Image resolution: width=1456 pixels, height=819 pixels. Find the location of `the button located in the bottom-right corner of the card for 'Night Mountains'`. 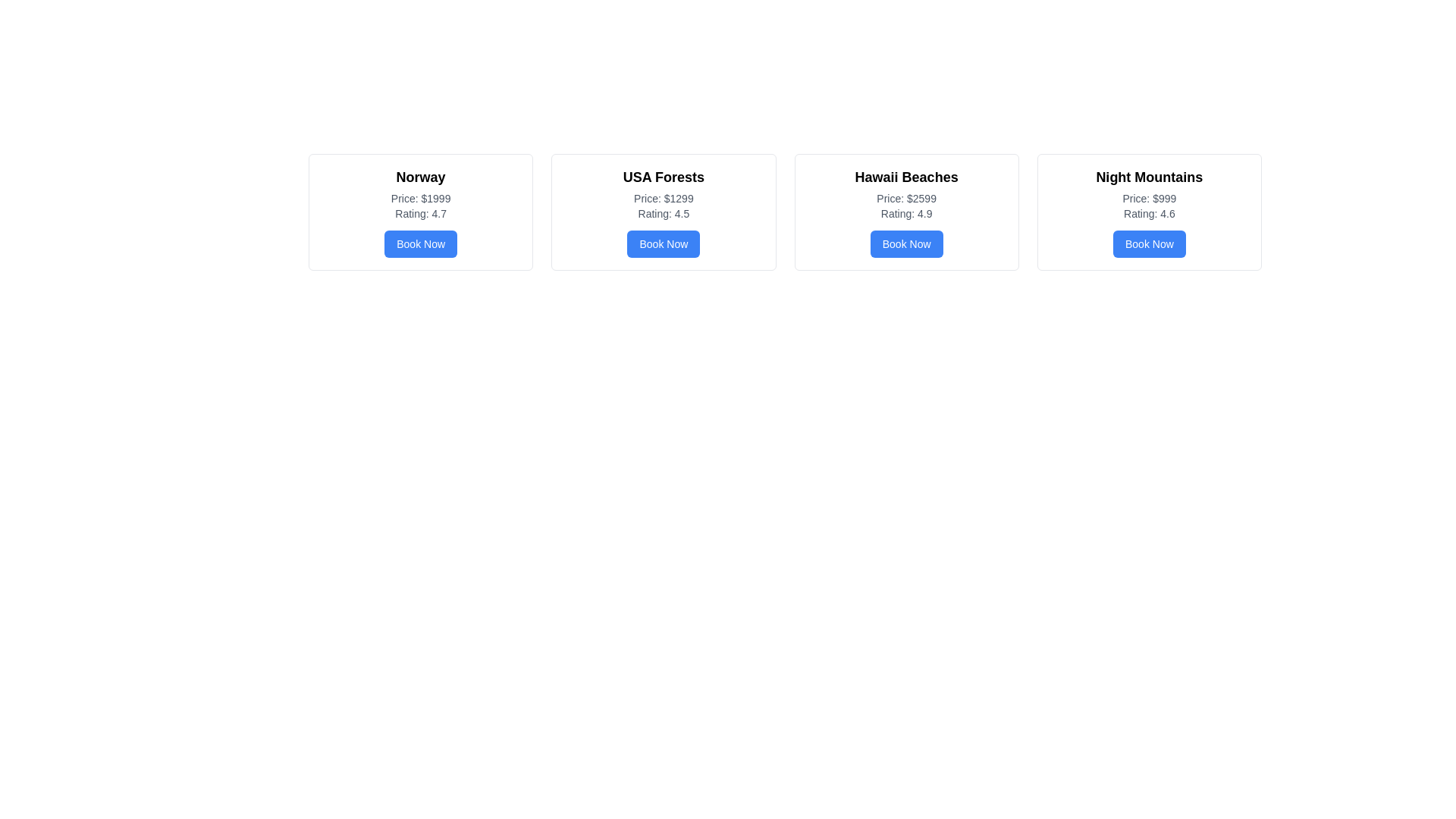

the button located in the bottom-right corner of the card for 'Night Mountains' is located at coordinates (1149, 243).